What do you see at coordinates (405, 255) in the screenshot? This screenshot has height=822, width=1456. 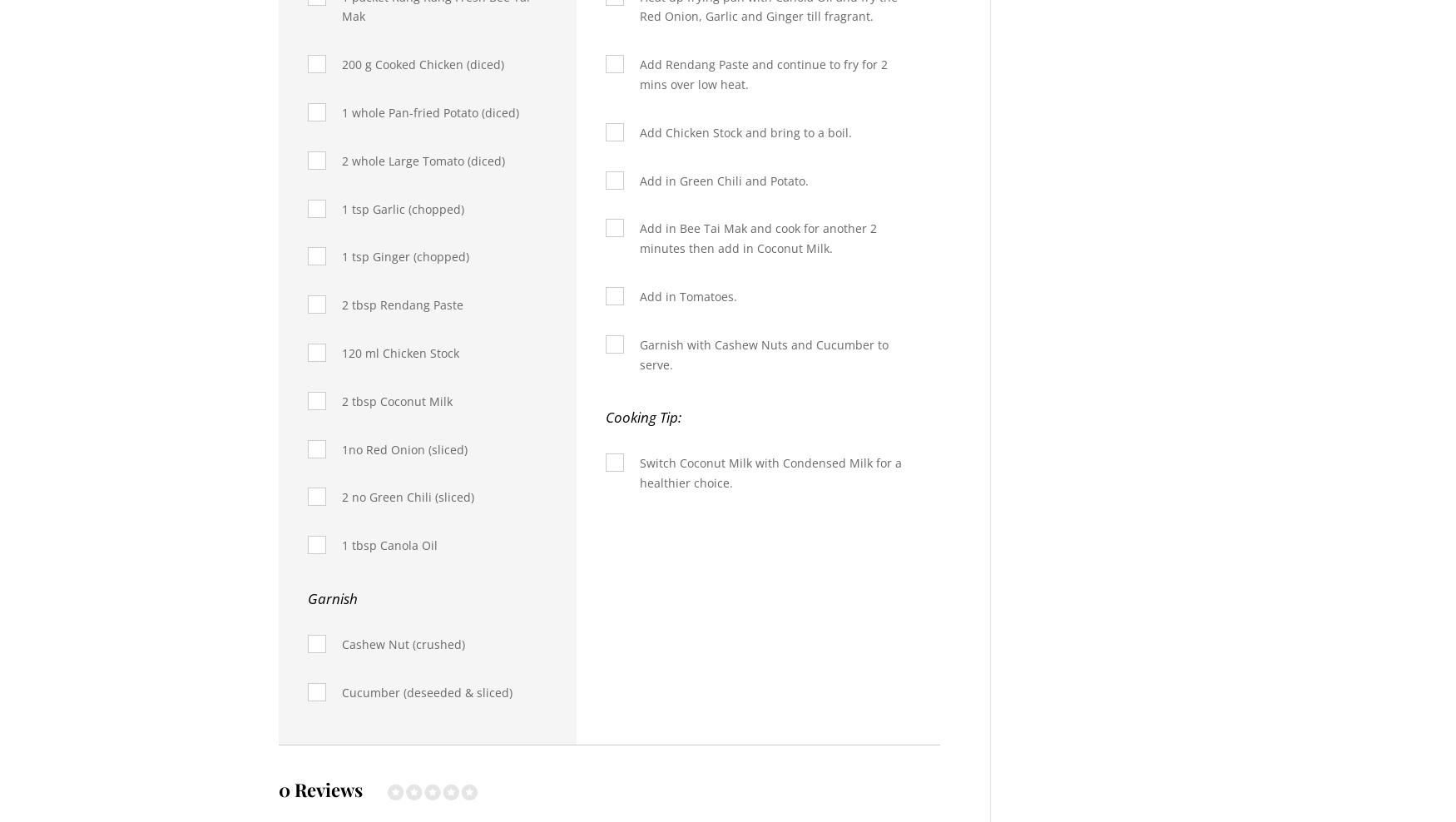 I see `'1 tsp Ginger (chopped)'` at bounding box center [405, 255].